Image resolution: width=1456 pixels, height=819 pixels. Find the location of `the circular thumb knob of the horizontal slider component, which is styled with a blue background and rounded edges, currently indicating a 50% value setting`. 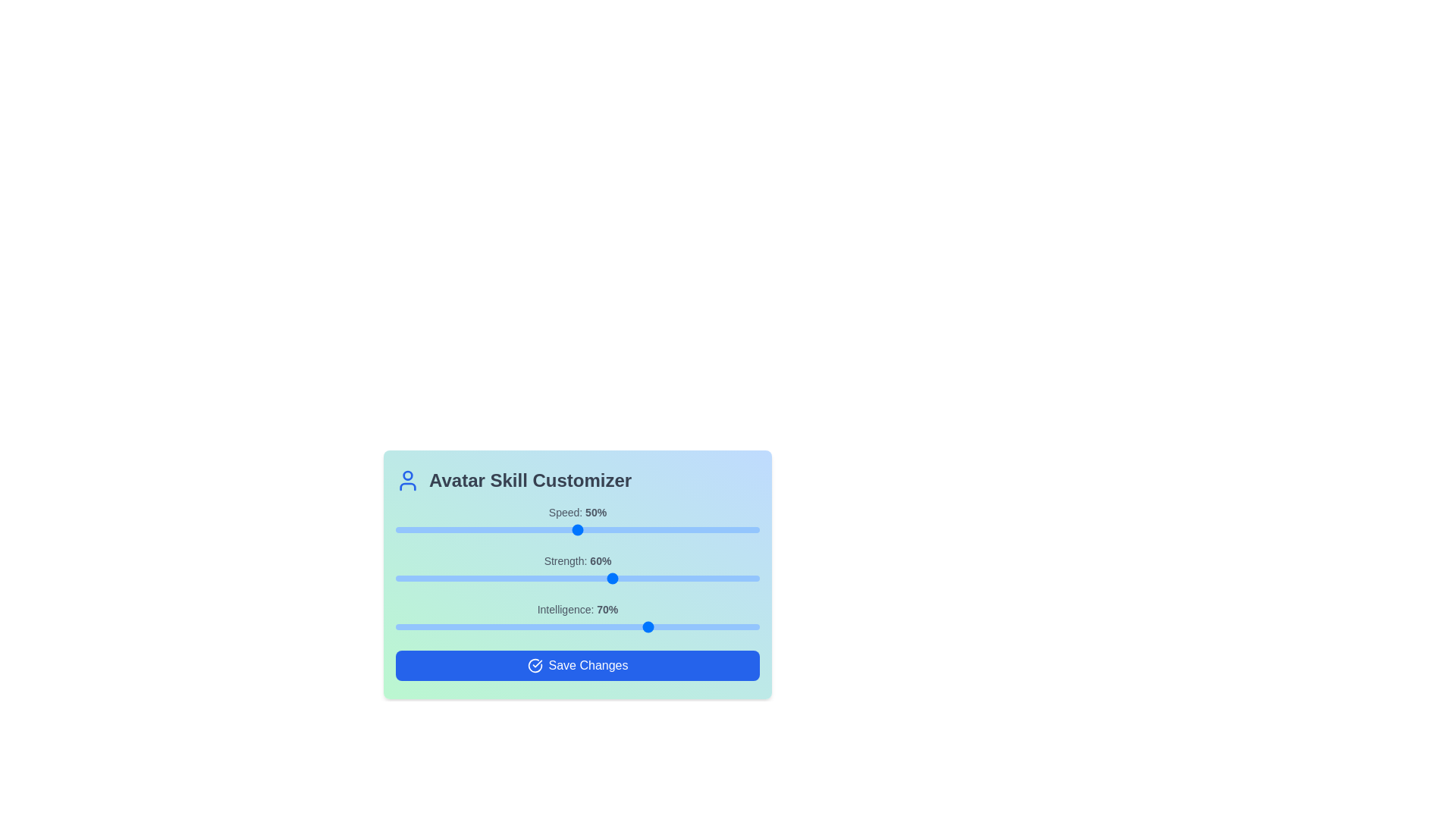

the circular thumb knob of the horizontal slider component, which is styled with a blue background and rounded edges, currently indicating a 50% value setting is located at coordinates (577, 529).